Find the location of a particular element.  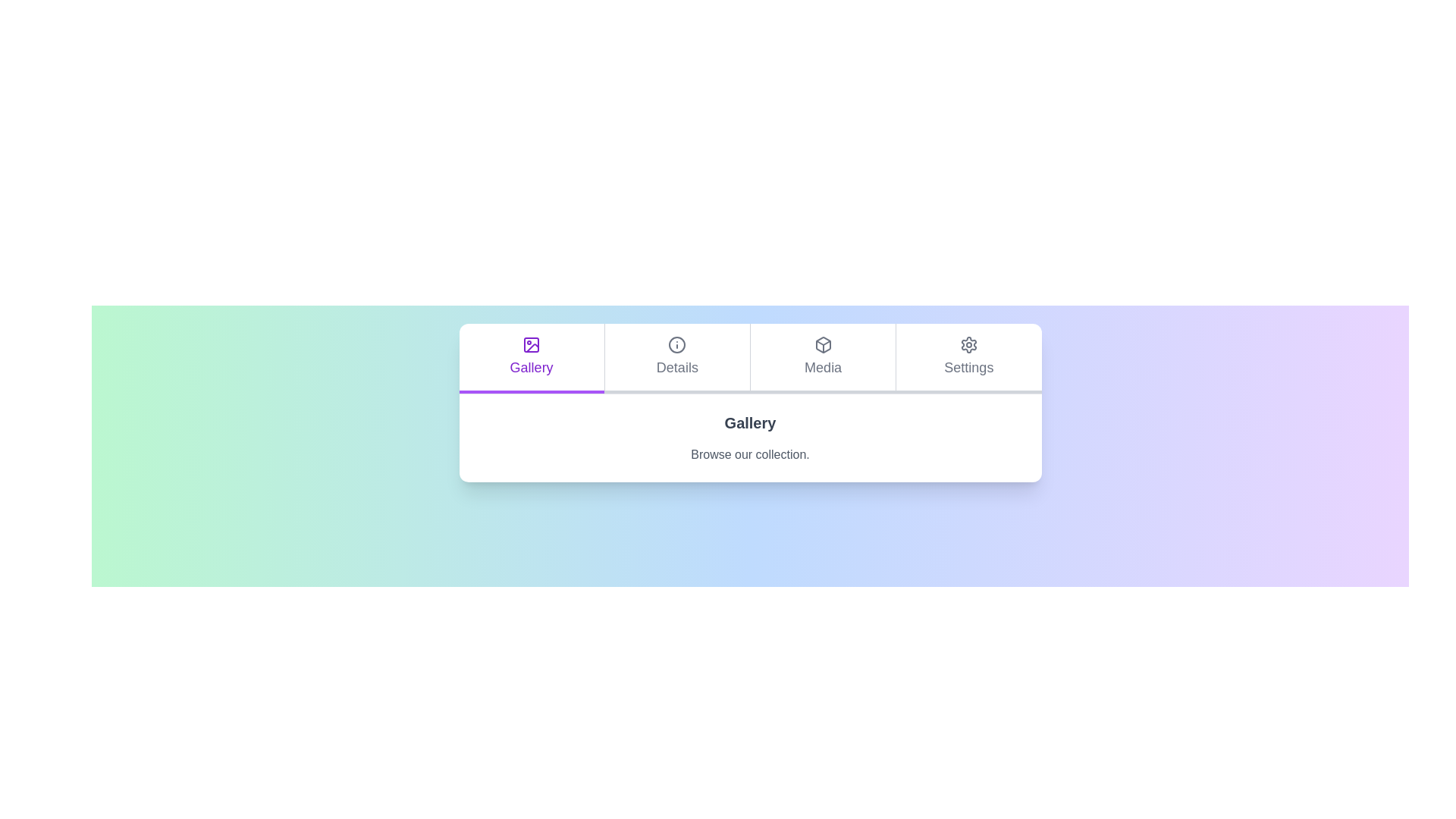

the Media tab by clicking on its label or icon is located at coordinates (821, 359).